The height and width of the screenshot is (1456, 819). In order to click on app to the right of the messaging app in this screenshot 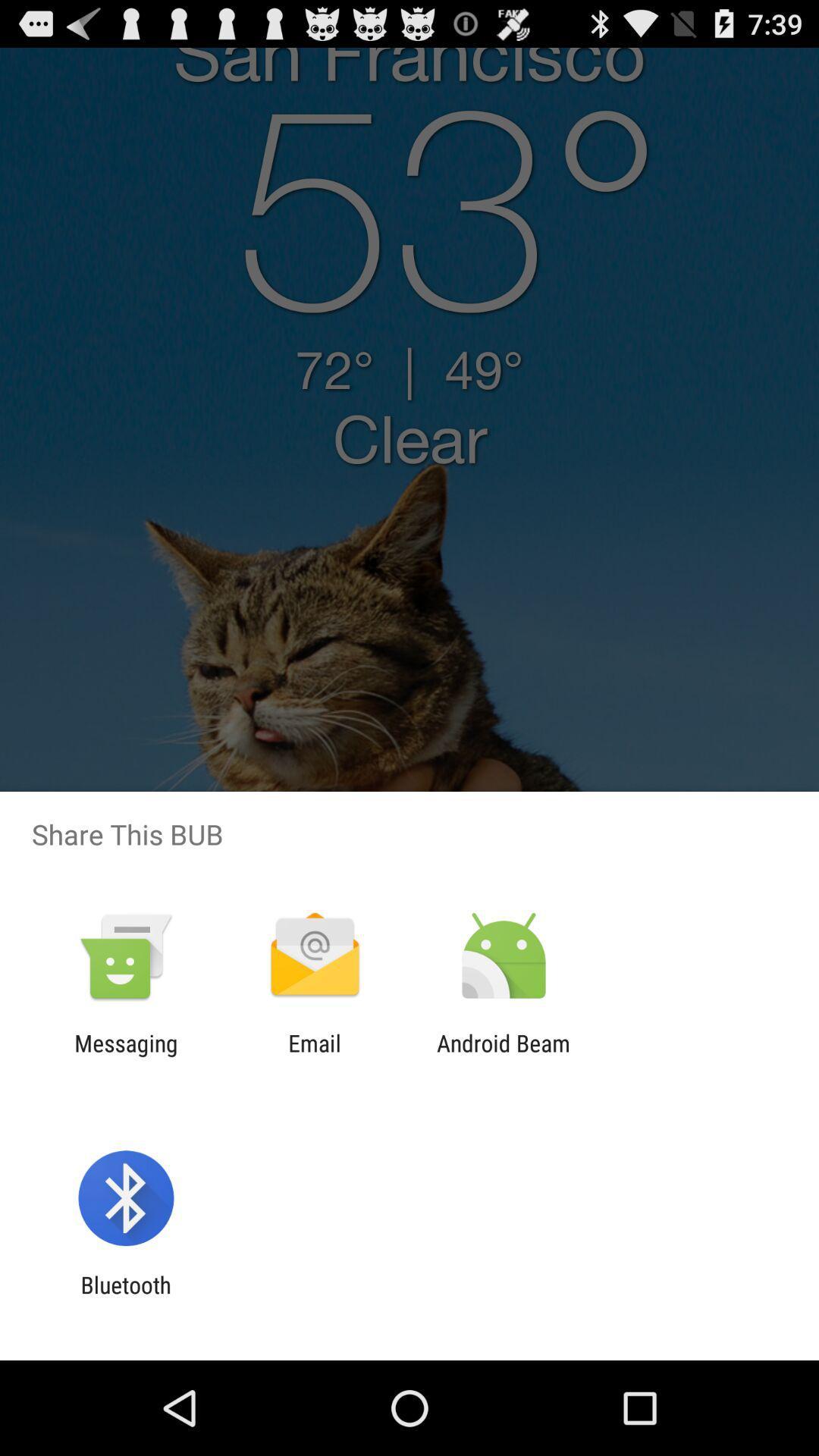, I will do `click(314, 1056)`.